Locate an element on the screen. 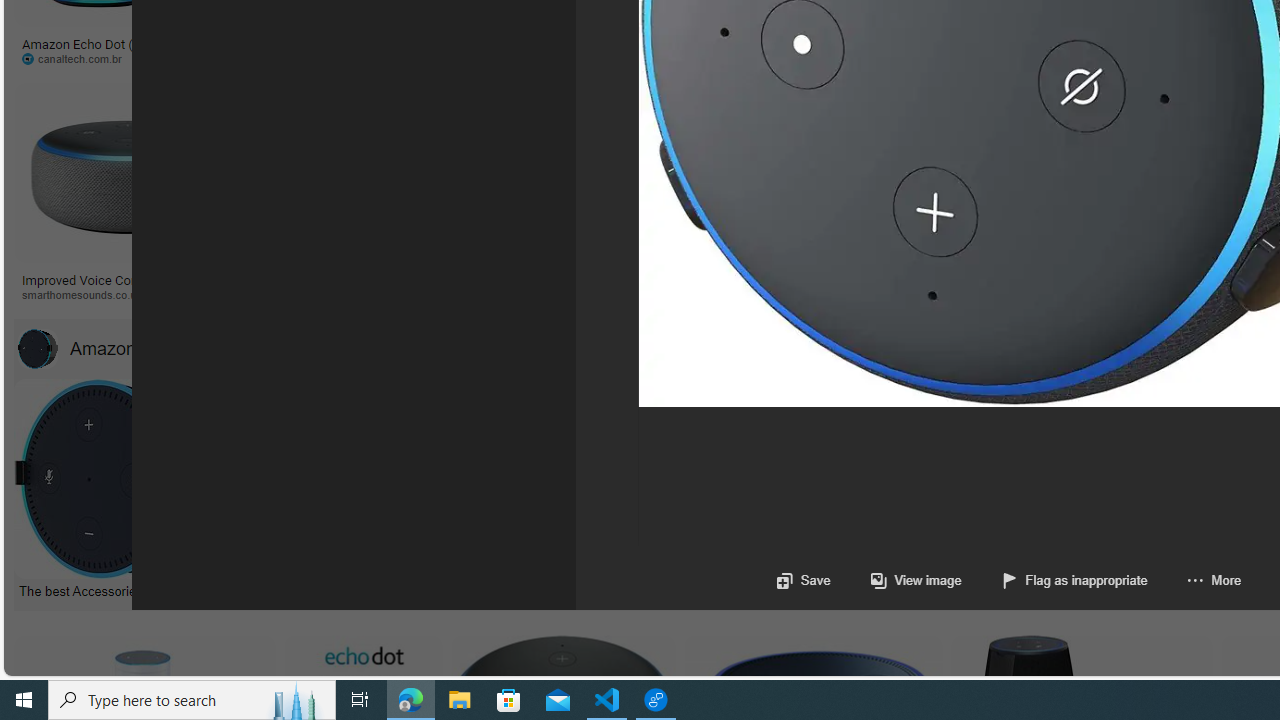  'Improved Voice Control with Sonos & Alexa Echo devices' is located at coordinates (127, 286).